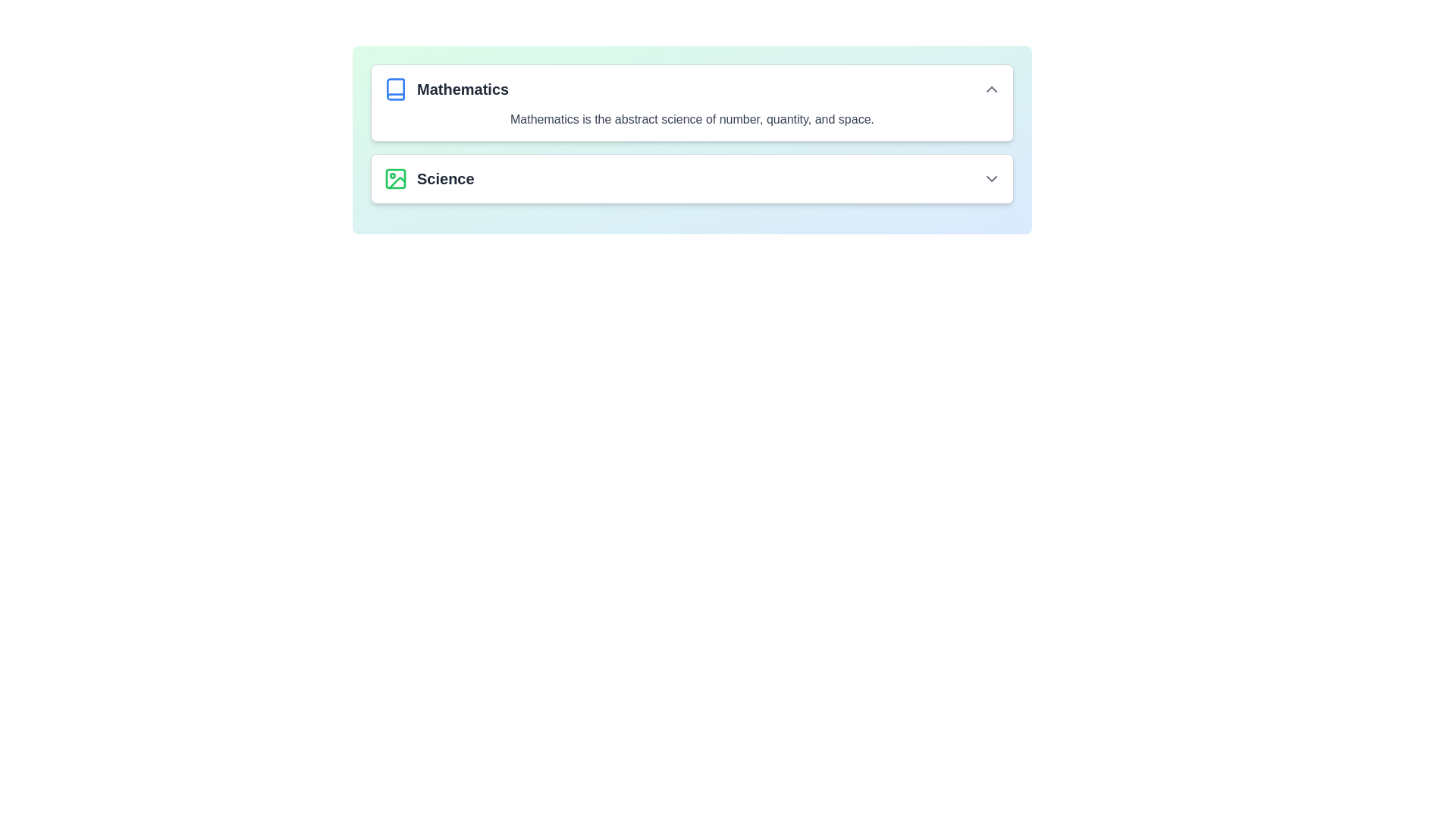  I want to click on the text label providing descriptive information about the 'Mathematics' section, located directly underneath the title 'Mathematics', so click(691, 119).